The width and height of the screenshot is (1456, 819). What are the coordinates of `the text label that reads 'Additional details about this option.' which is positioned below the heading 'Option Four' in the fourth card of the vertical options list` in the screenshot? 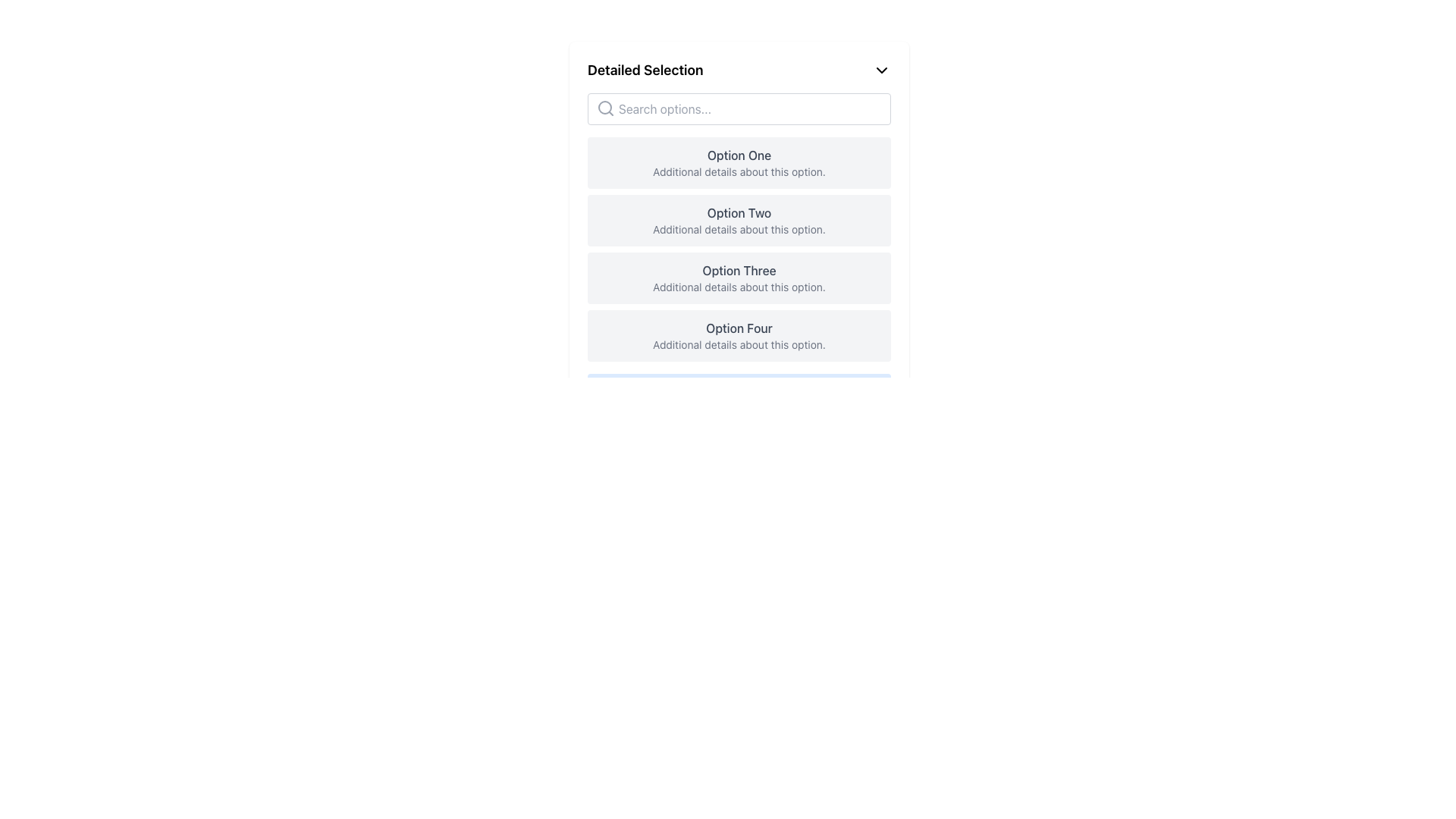 It's located at (739, 345).